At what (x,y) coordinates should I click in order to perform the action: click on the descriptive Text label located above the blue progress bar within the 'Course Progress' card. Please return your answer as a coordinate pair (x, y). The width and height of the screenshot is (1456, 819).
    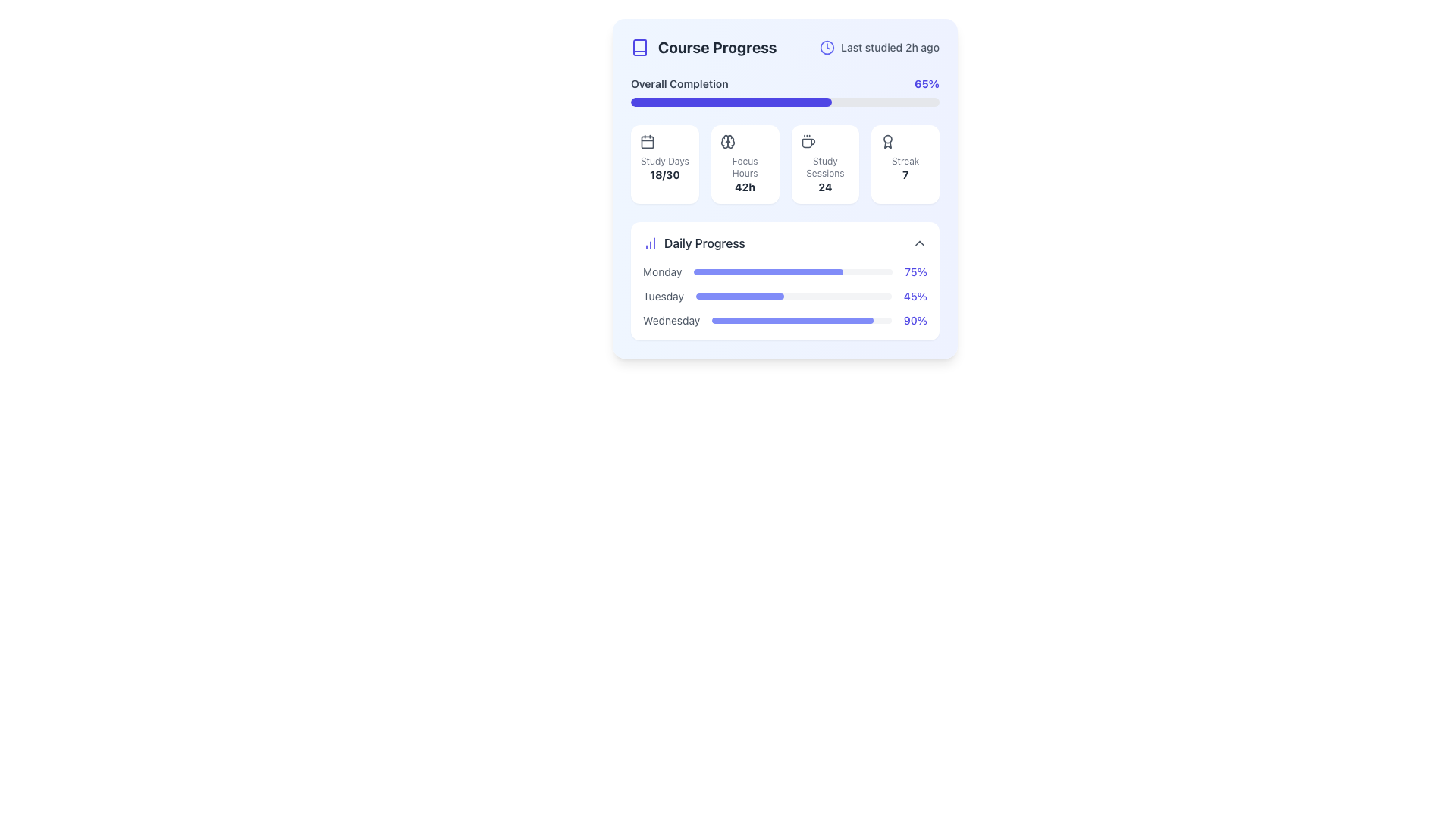
    Looking at the image, I should click on (679, 84).